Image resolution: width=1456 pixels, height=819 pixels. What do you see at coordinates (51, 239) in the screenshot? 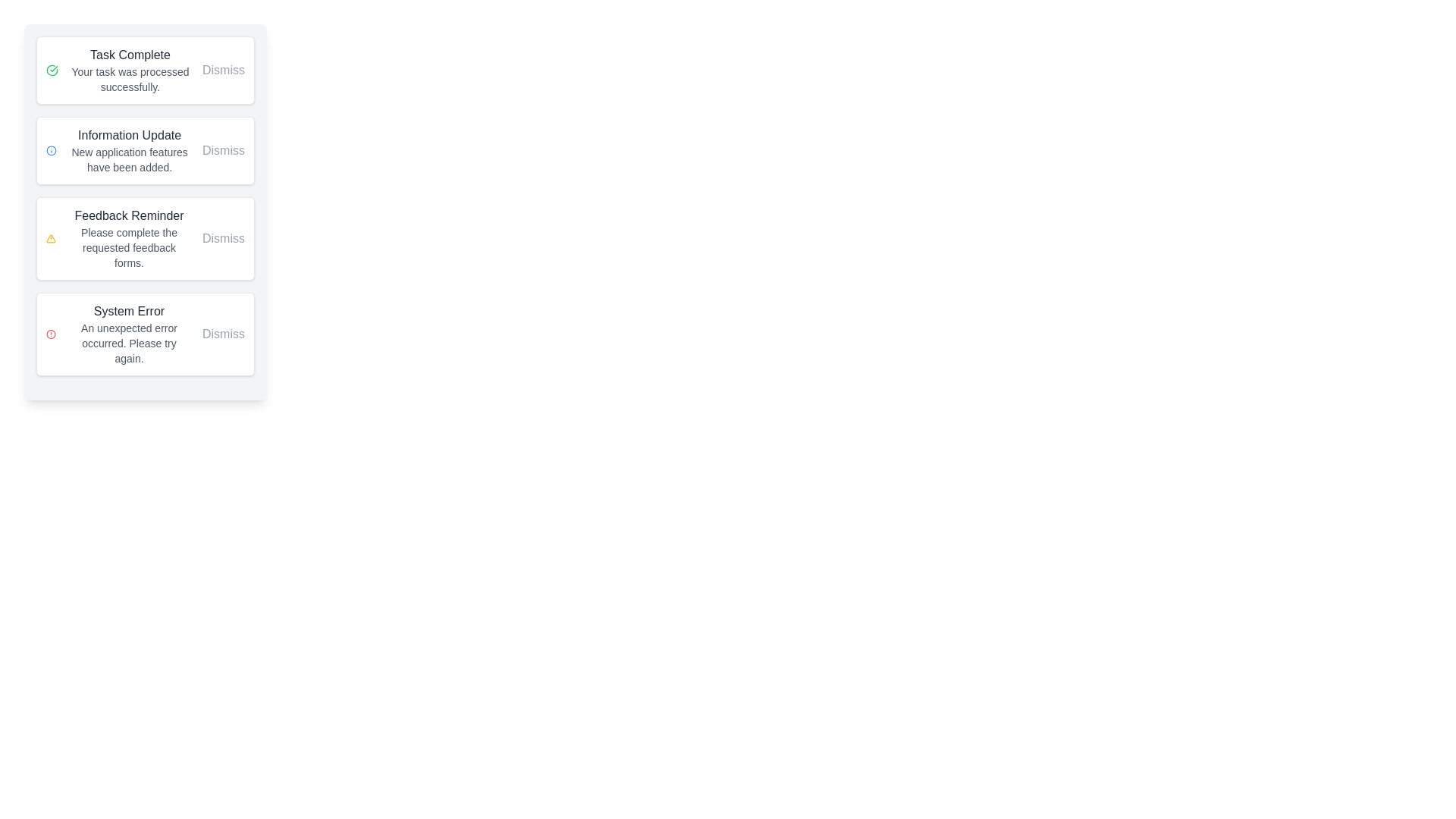
I see `the warning icon related to the 'Feedback Reminder' notification by moving the cursor to its center point` at bounding box center [51, 239].